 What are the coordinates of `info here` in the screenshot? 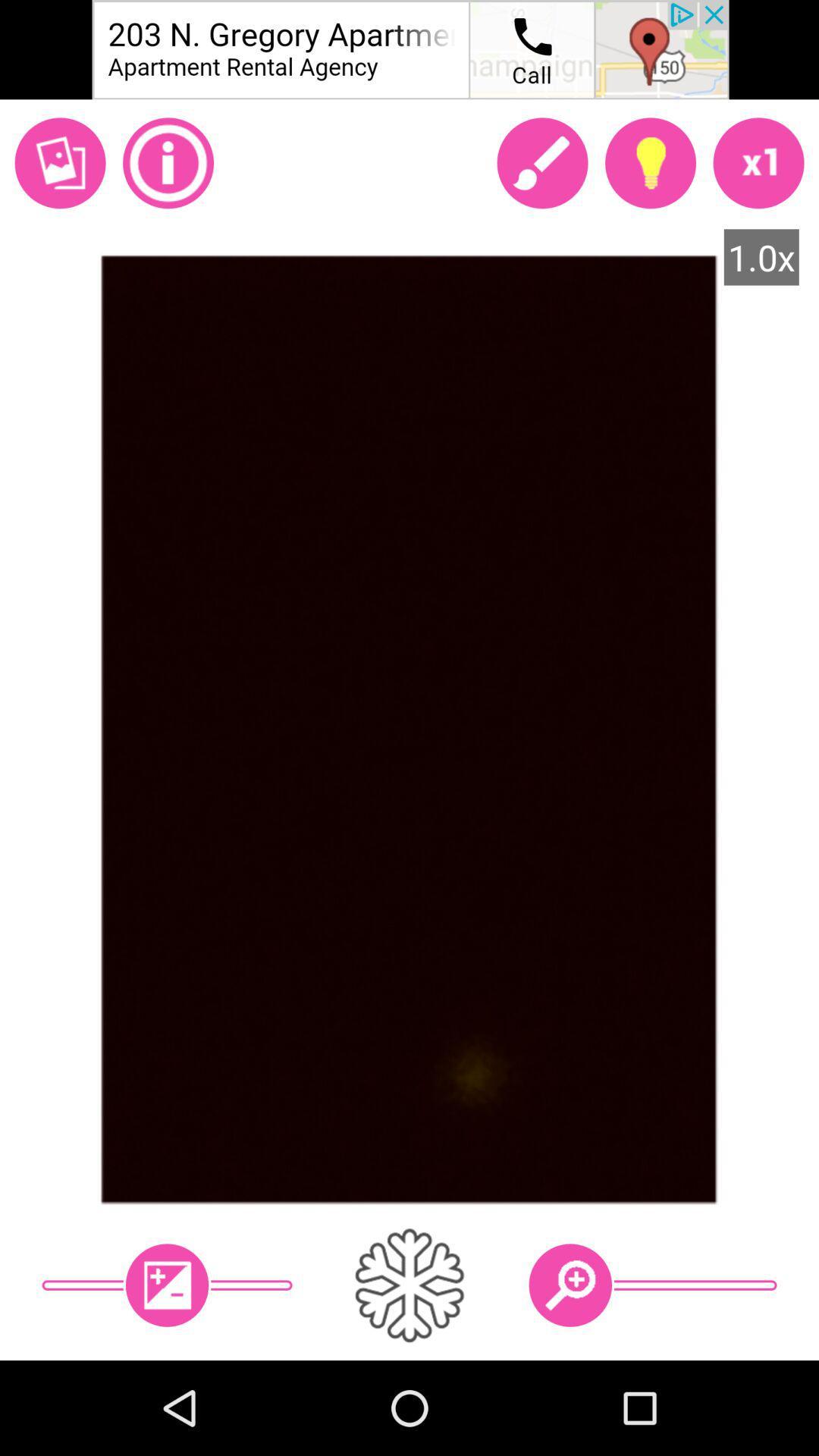 It's located at (168, 163).